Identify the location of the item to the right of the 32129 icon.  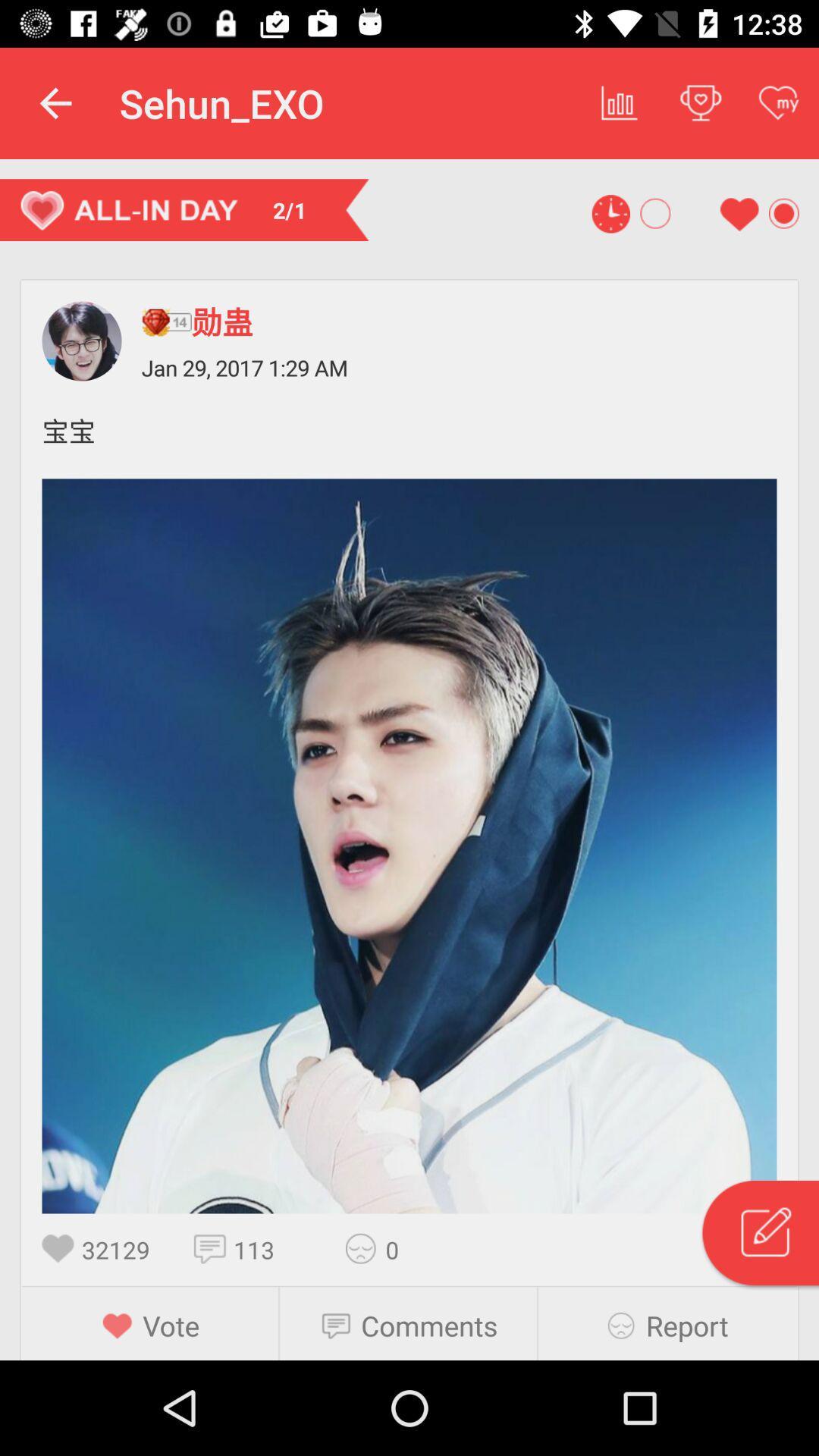
(213, 1248).